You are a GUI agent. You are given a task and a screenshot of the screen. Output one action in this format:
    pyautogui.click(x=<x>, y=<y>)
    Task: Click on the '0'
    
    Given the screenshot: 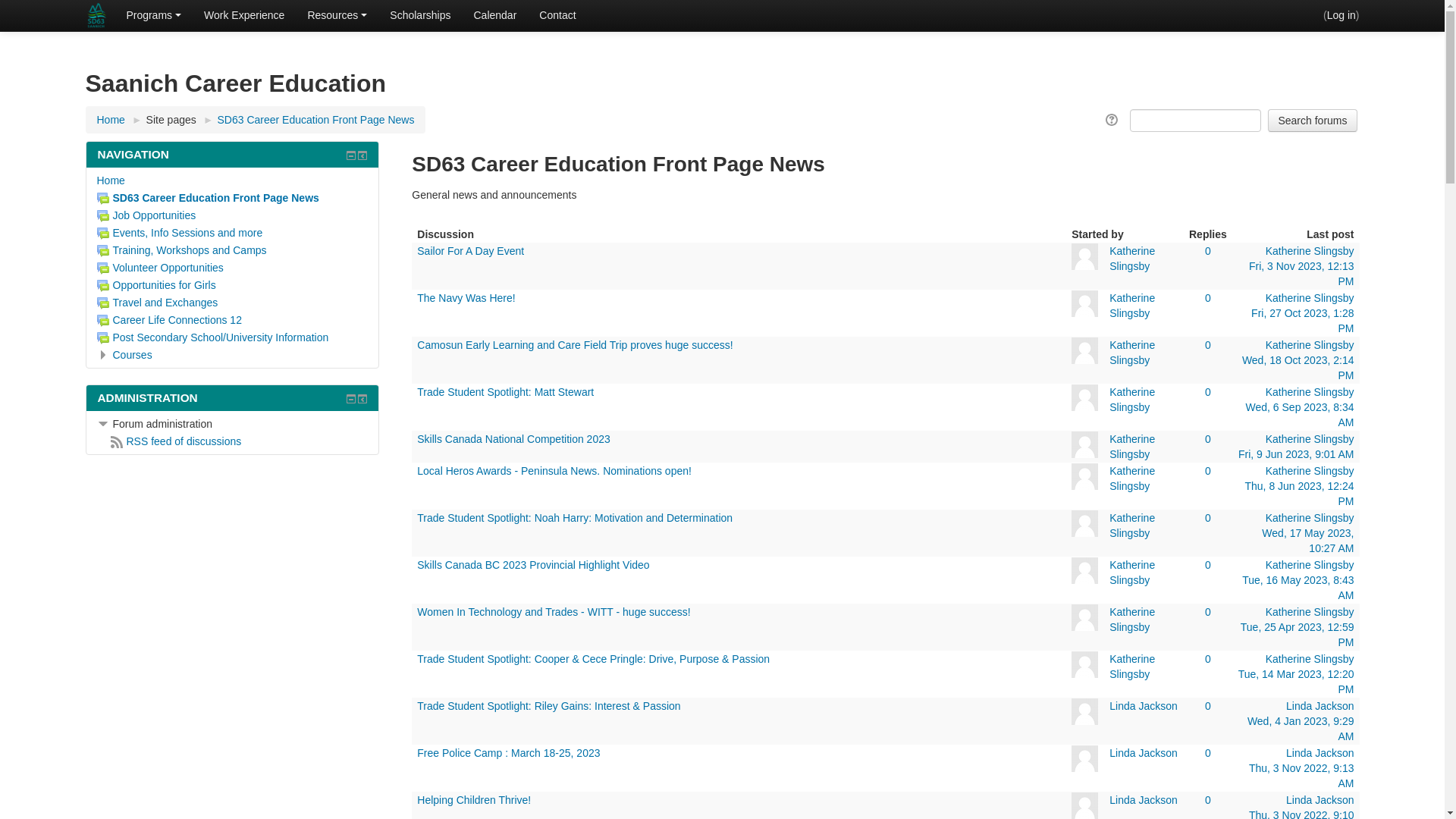 What is the action you would take?
    pyautogui.click(x=1207, y=250)
    